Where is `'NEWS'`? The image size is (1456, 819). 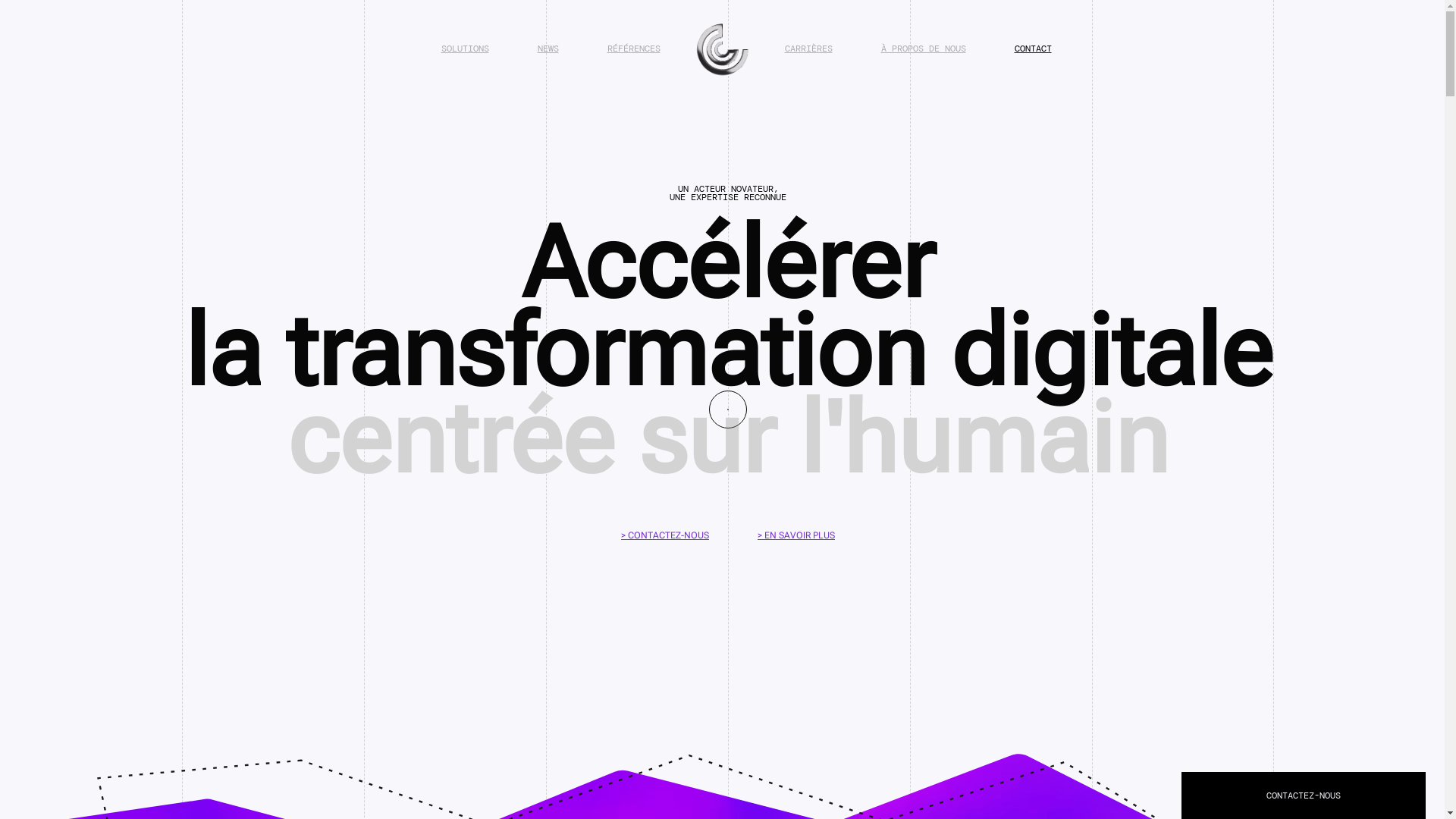 'NEWS' is located at coordinates (546, 48).